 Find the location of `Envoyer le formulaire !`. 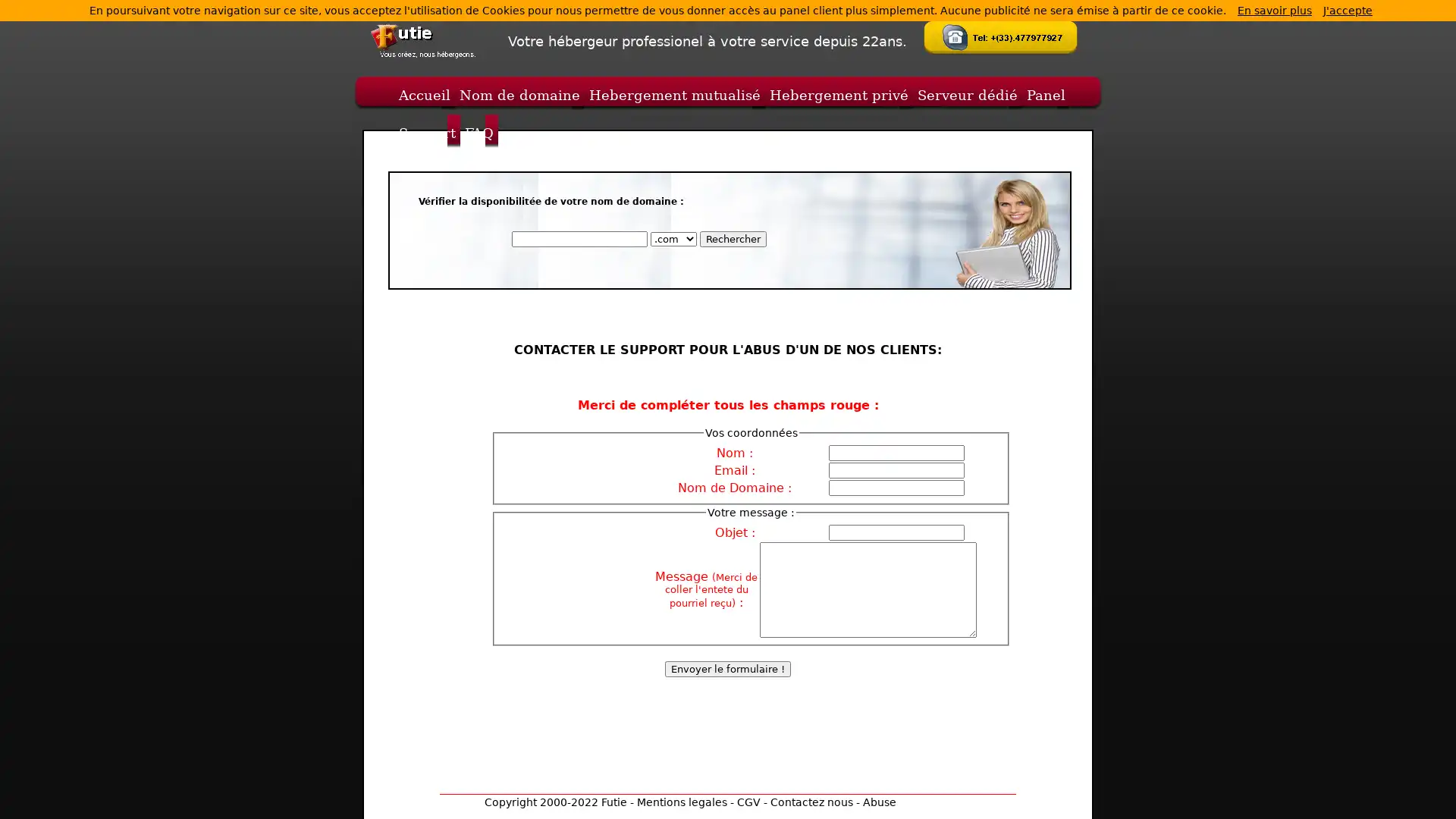

Envoyer le formulaire ! is located at coordinates (728, 668).